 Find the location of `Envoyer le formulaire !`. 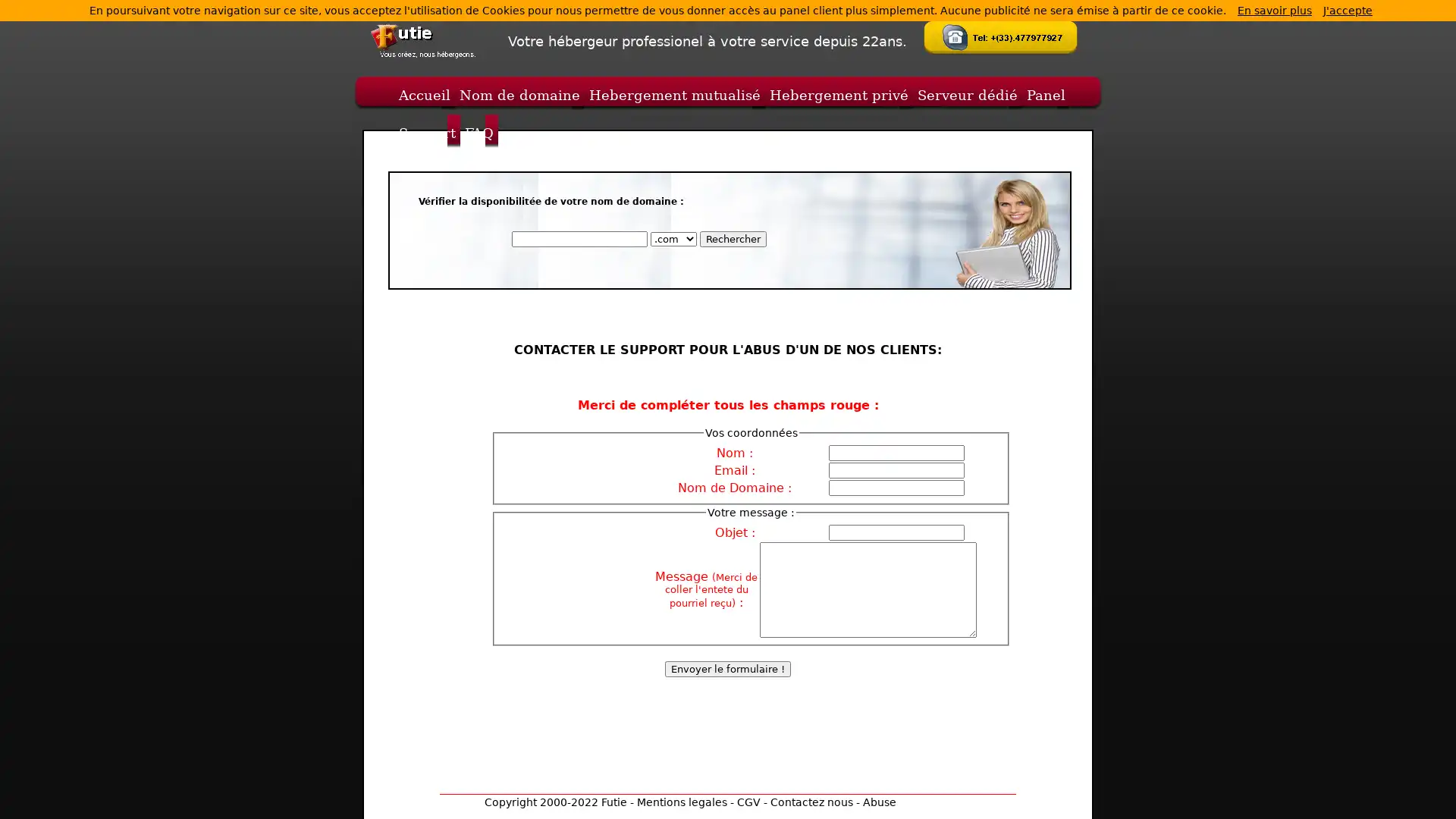

Envoyer le formulaire ! is located at coordinates (728, 668).